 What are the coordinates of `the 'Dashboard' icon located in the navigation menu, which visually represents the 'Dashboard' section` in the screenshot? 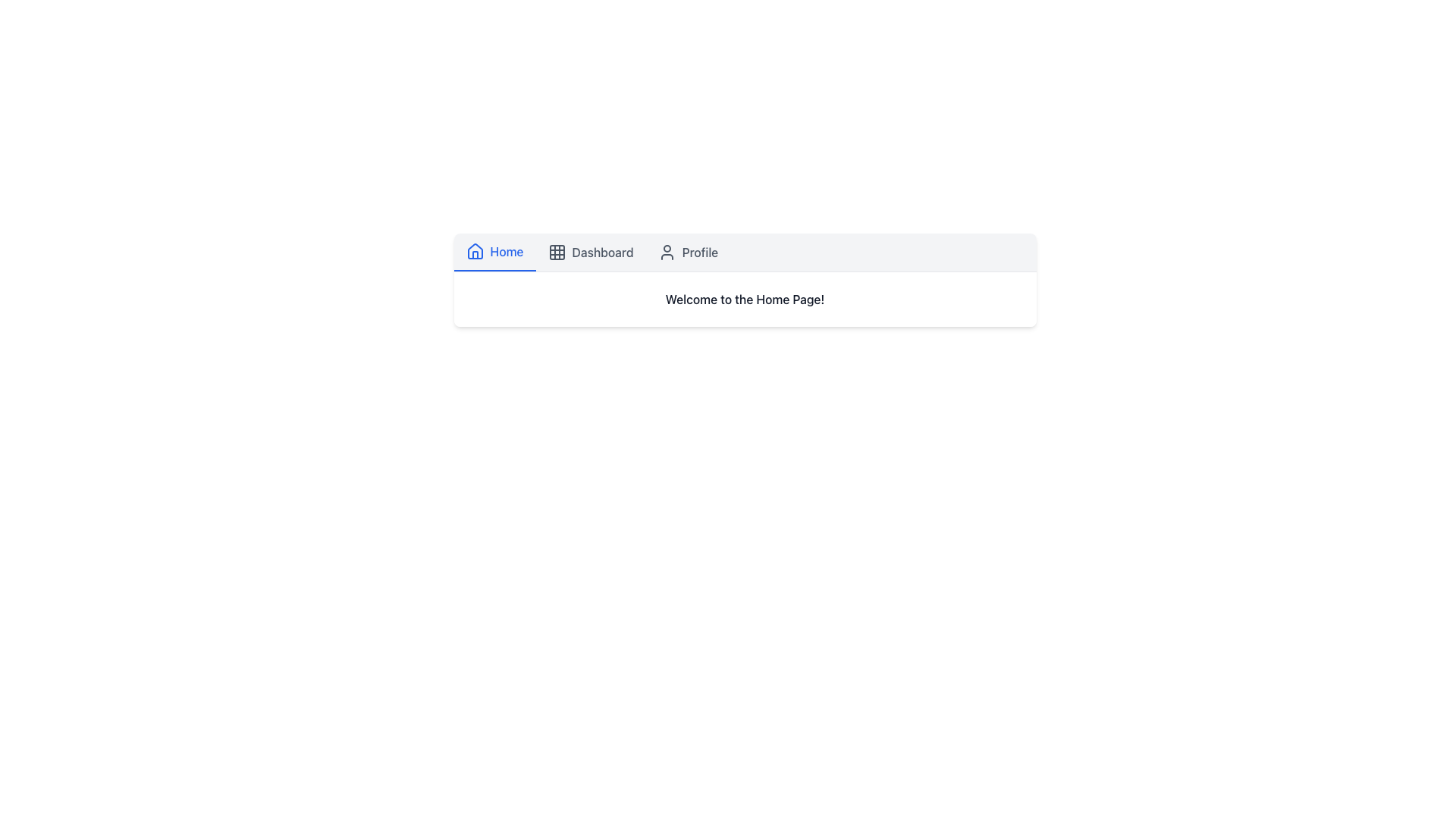 It's located at (556, 251).